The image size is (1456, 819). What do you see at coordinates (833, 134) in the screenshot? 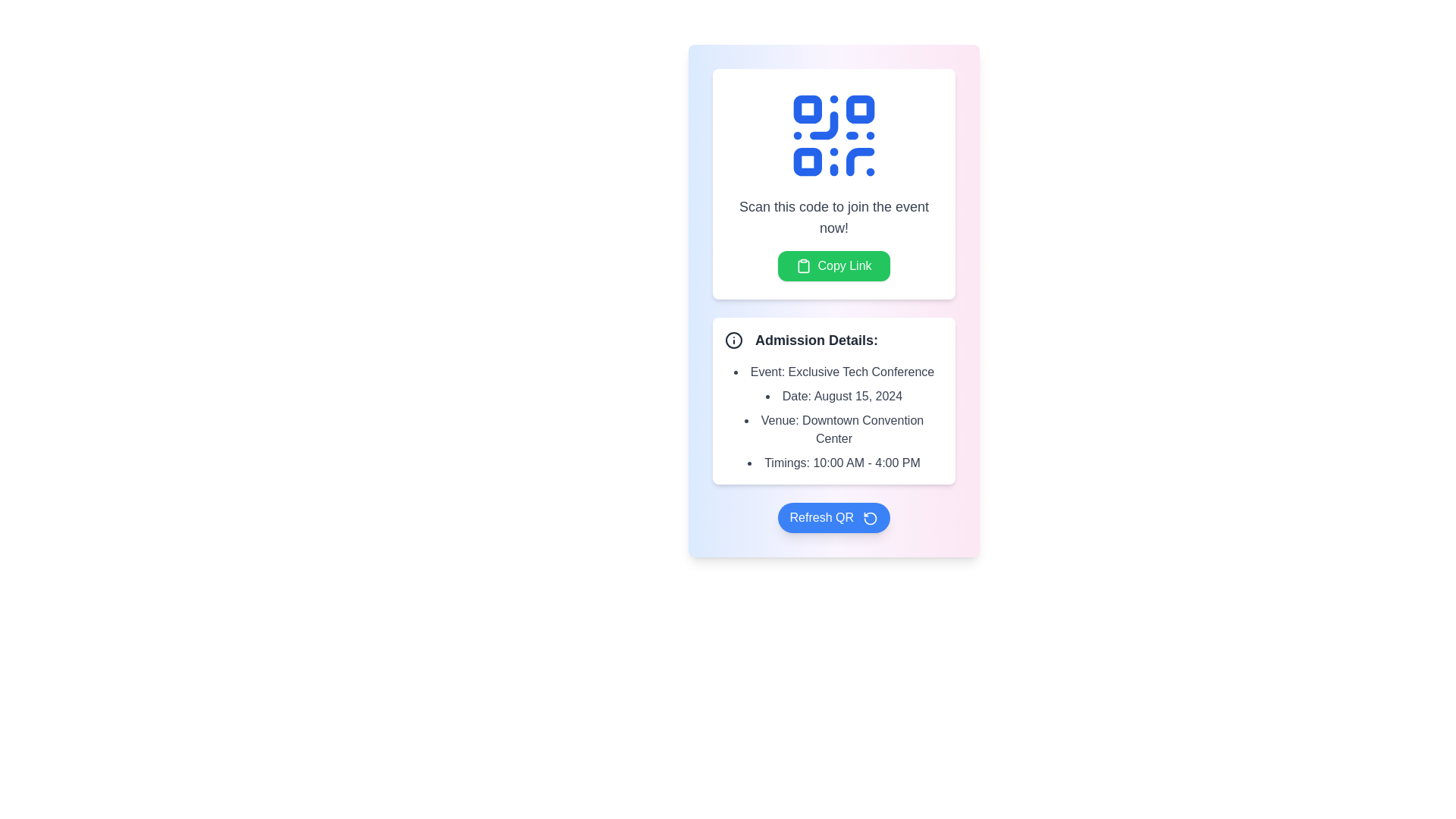
I see `the QR code icon, which is styled with a blue color and positioned at the top center of a card-like section with a light pink and blue gradient background` at bounding box center [833, 134].